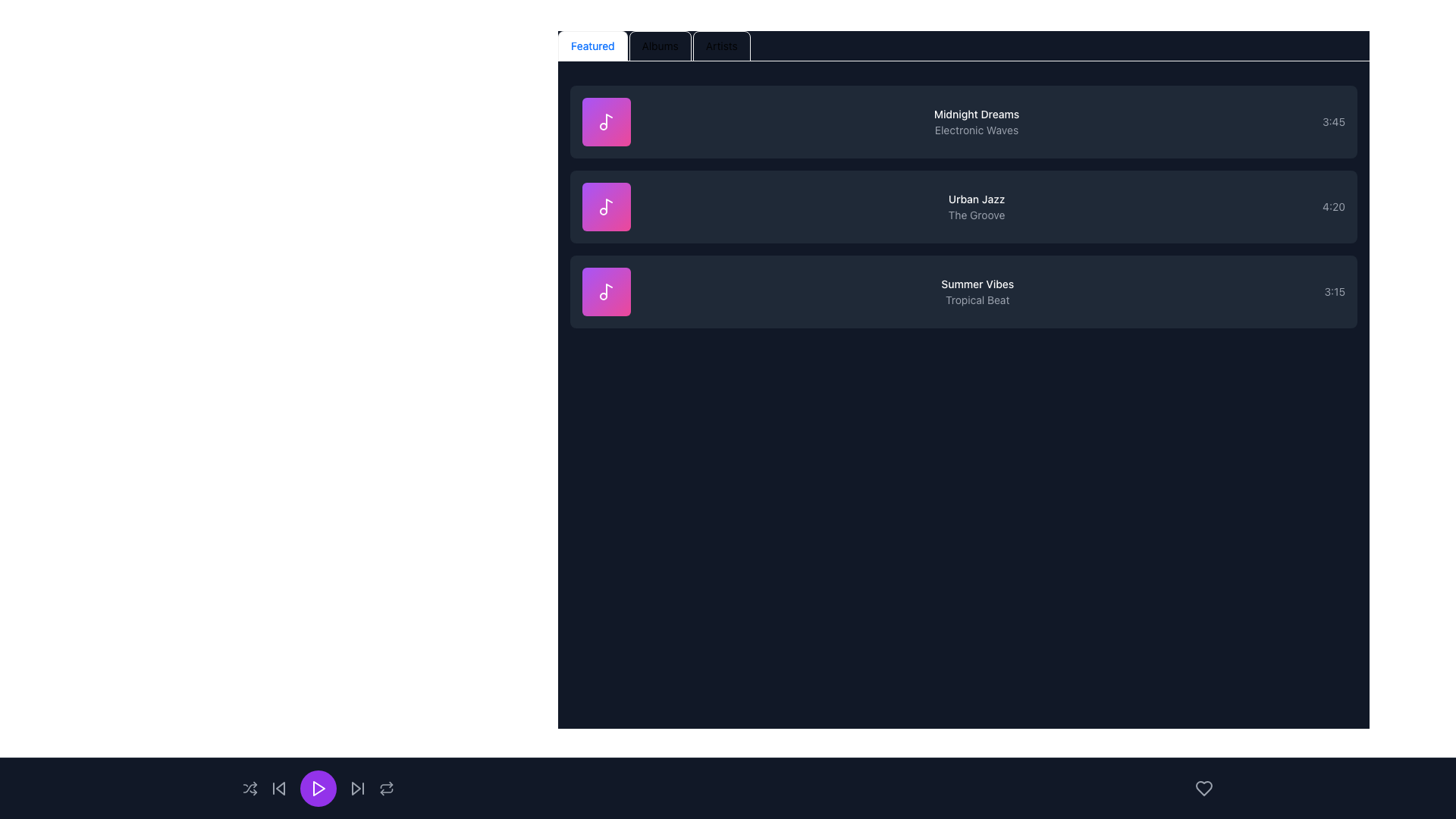 Image resolution: width=1456 pixels, height=819 pixels. I want to click on the 'Featured' Tab Button, which is the first tab, so click(591, 45).